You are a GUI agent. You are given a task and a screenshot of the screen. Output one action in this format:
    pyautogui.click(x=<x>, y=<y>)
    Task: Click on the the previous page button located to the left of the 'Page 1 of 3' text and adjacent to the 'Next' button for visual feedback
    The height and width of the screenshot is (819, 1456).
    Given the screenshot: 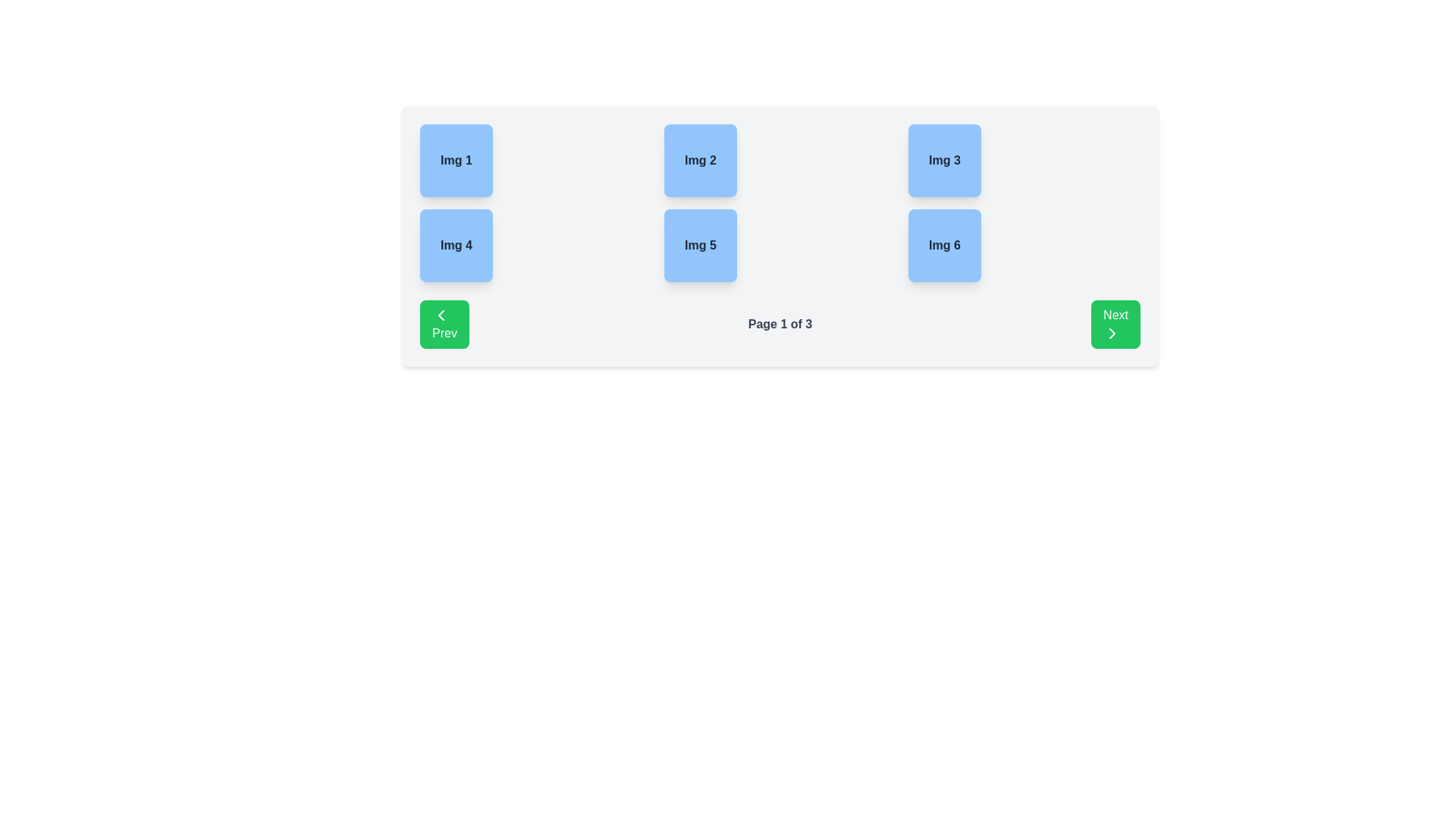 What is the action you would take?
    pyautogui.click(x=444, y=324)
    